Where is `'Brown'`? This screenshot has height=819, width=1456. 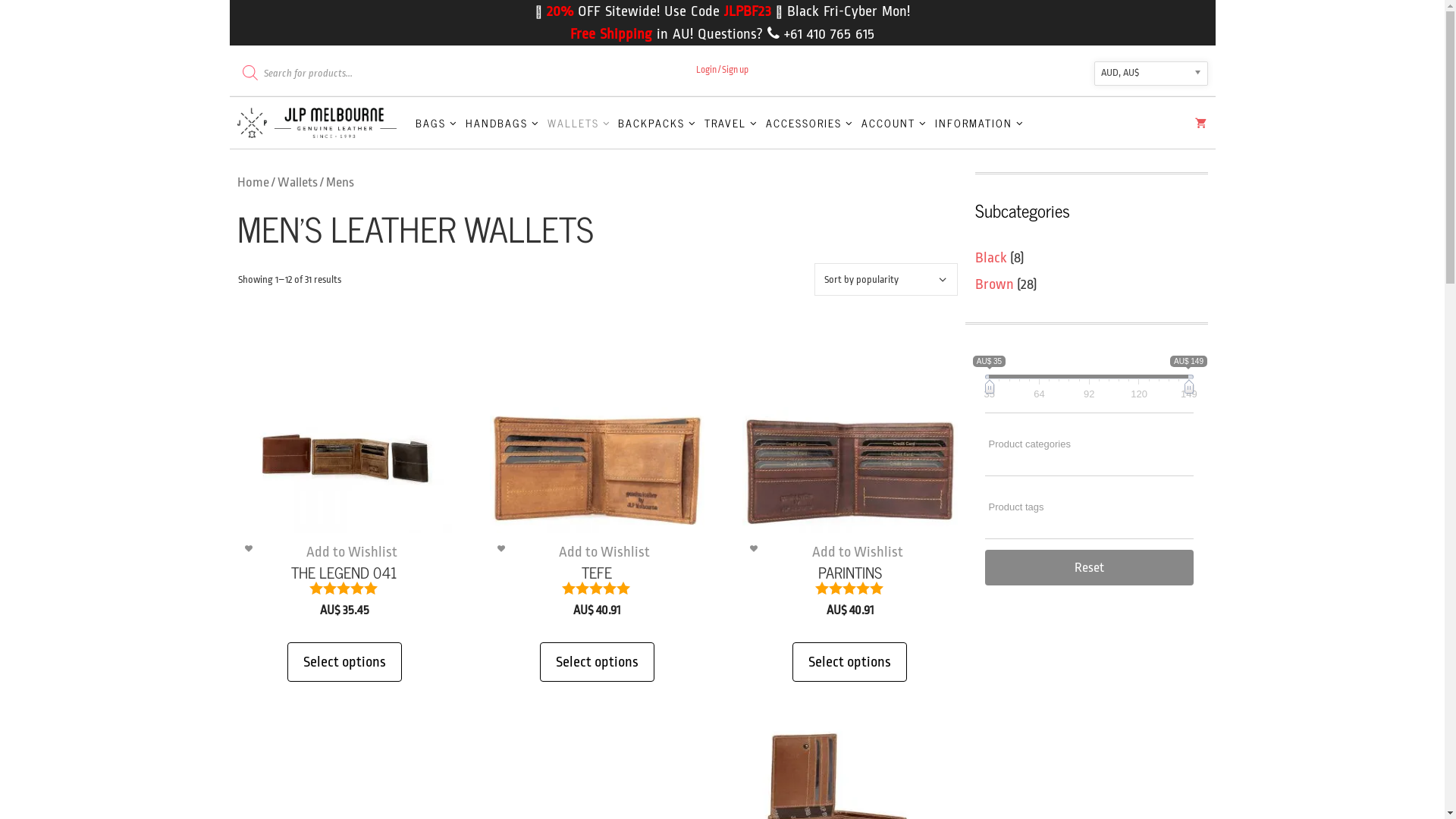 'Brown' is located at coordinates (994, 284).